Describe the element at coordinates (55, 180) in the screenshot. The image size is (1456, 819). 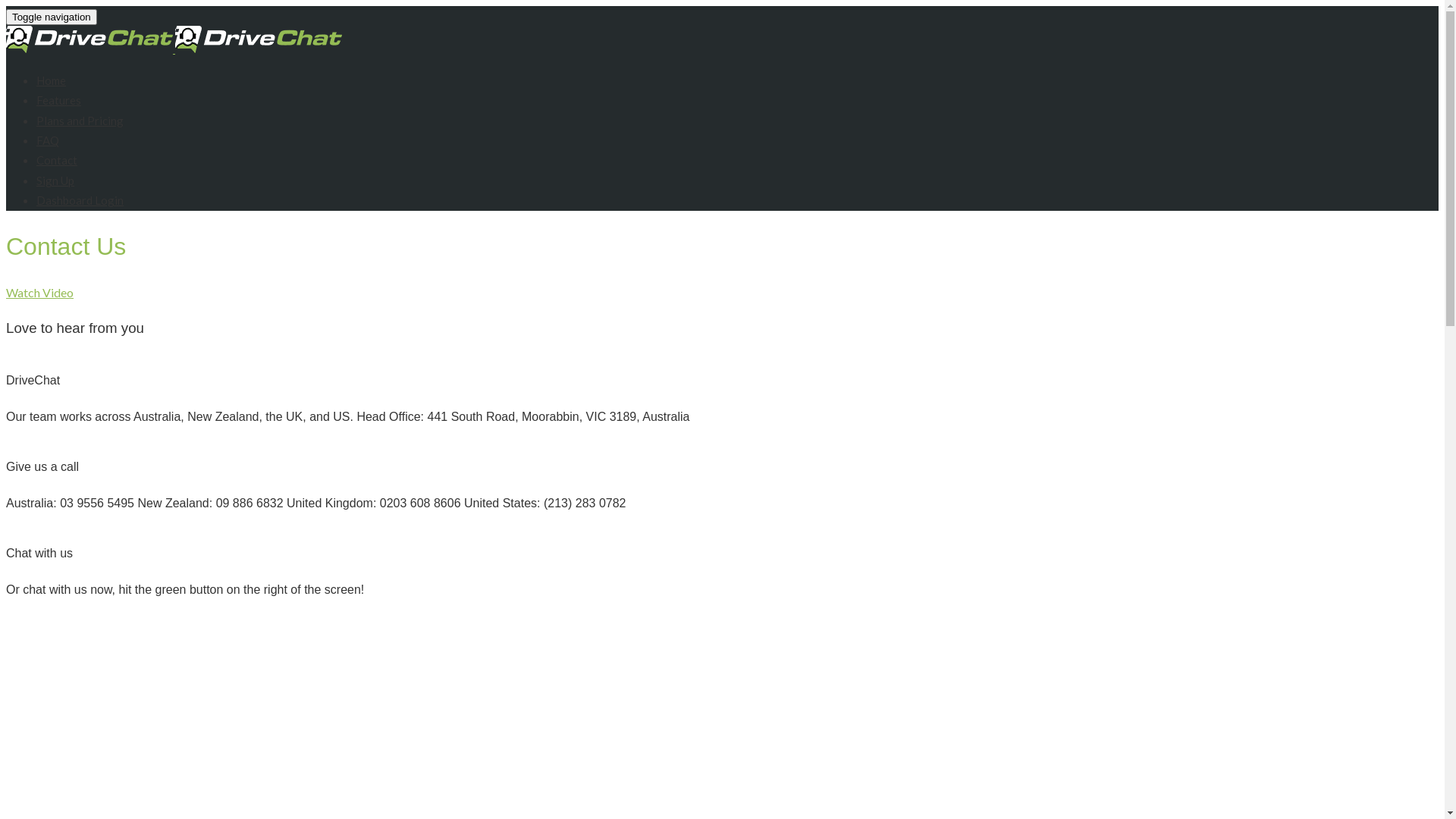
I see `'Sign Up'` at that location.